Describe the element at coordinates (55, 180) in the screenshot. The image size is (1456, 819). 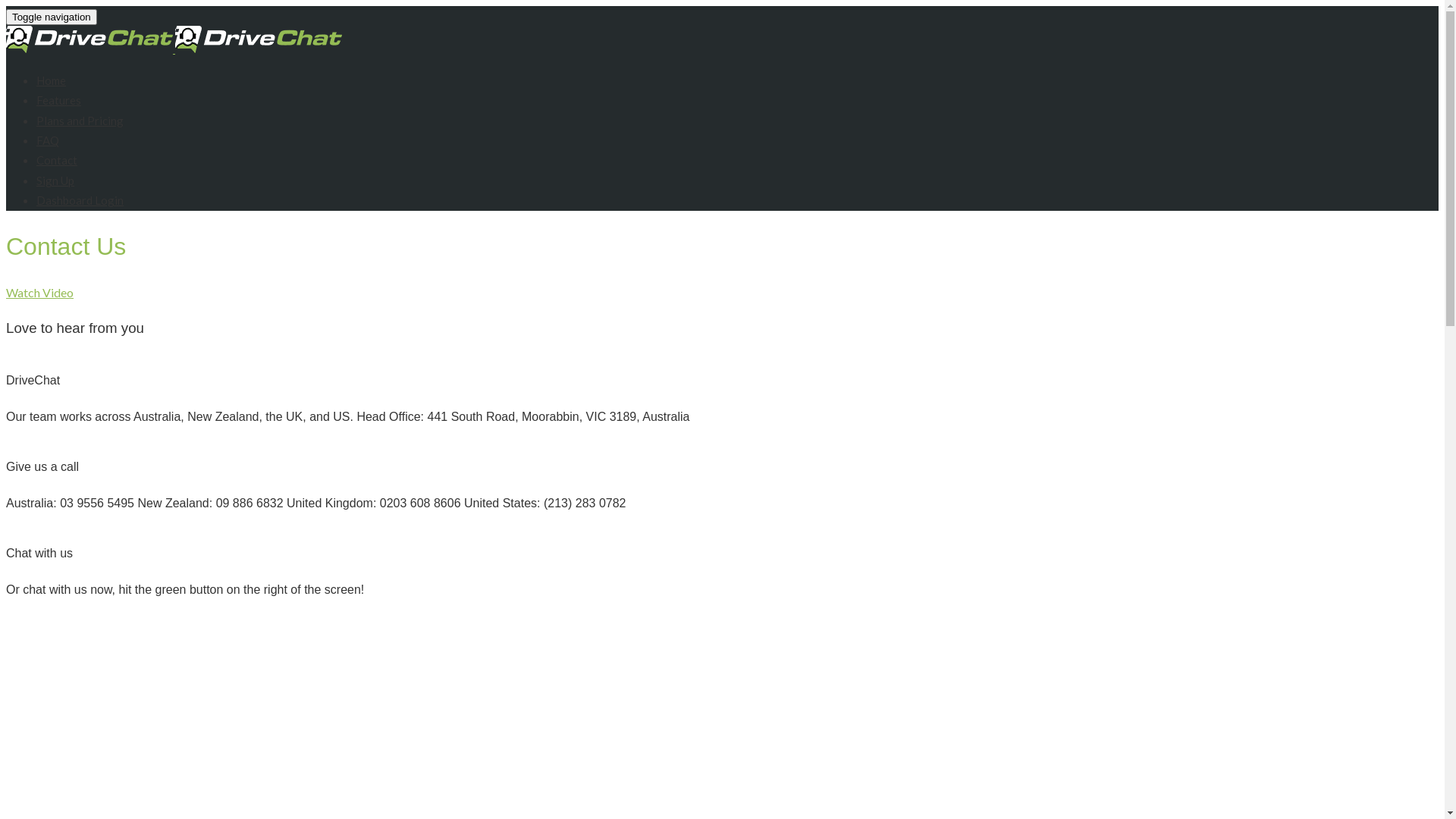
I see `'Sign Up'` at that location.